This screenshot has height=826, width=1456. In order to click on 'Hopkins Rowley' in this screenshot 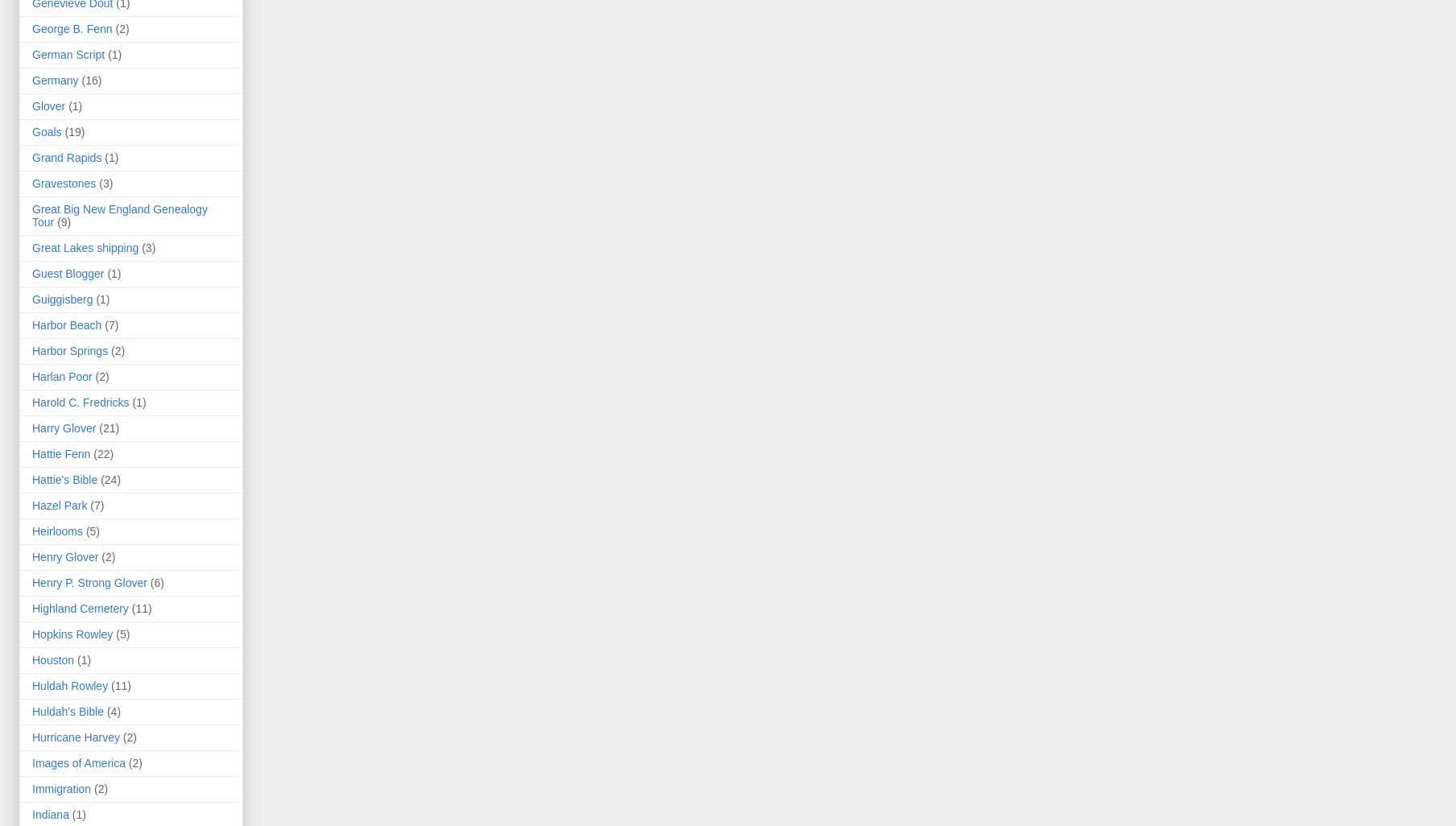, I will do `click(72, 633)`.